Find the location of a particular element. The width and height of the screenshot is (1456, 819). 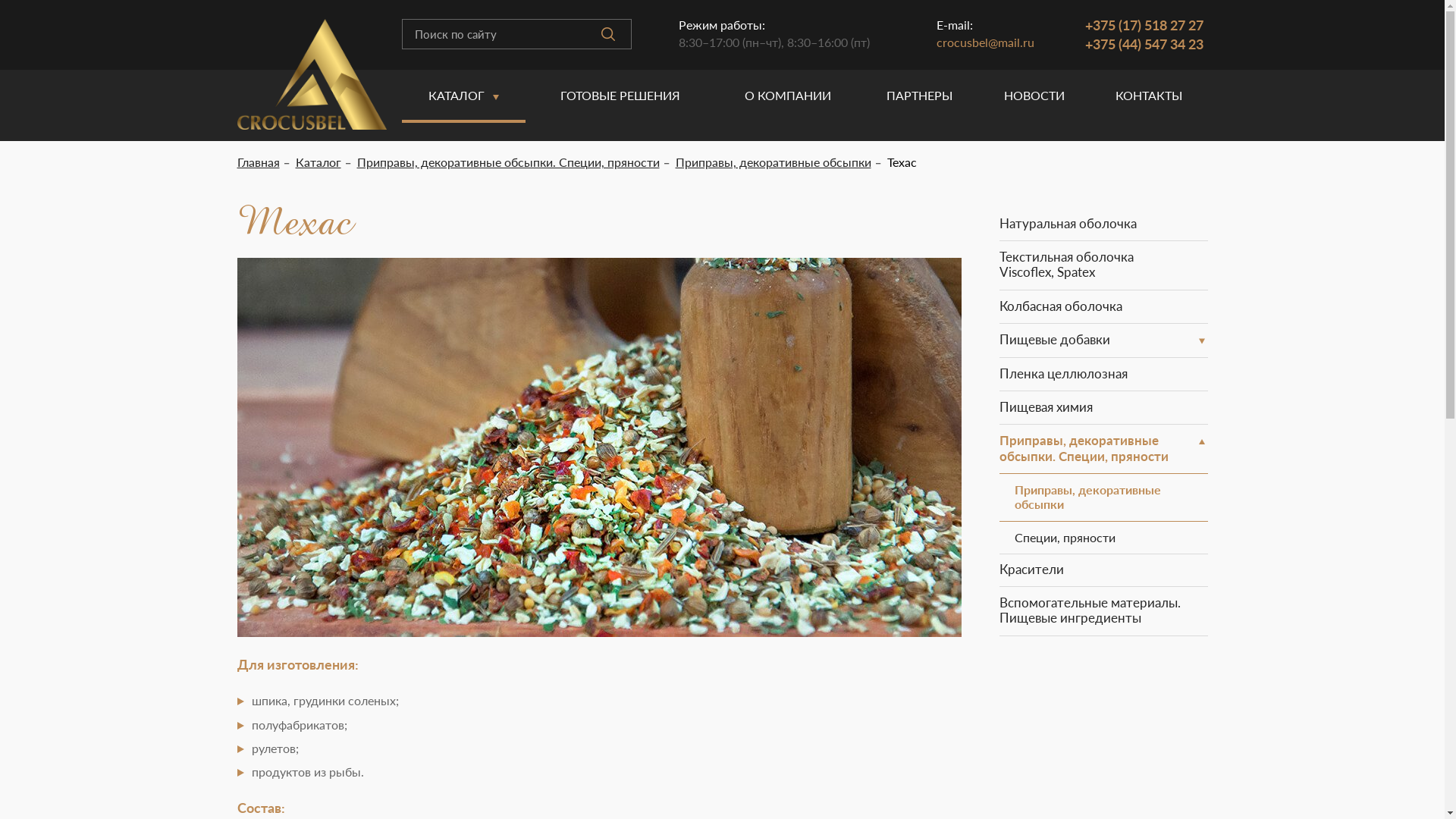

'+375 (44) 547 34 23' is located at coordinates (1144, 42).